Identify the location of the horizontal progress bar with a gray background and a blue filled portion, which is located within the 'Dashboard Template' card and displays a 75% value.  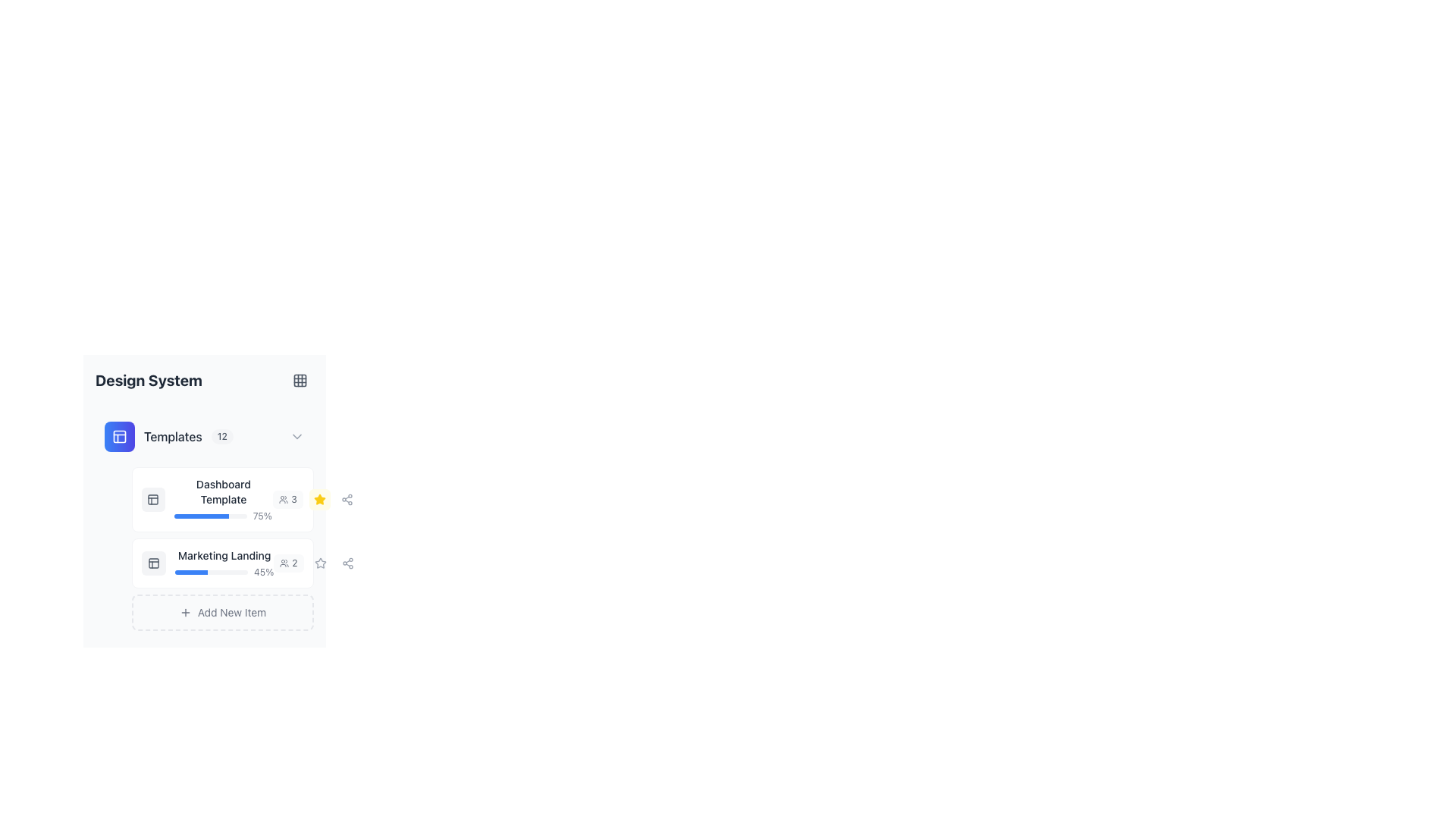
(209, 516).